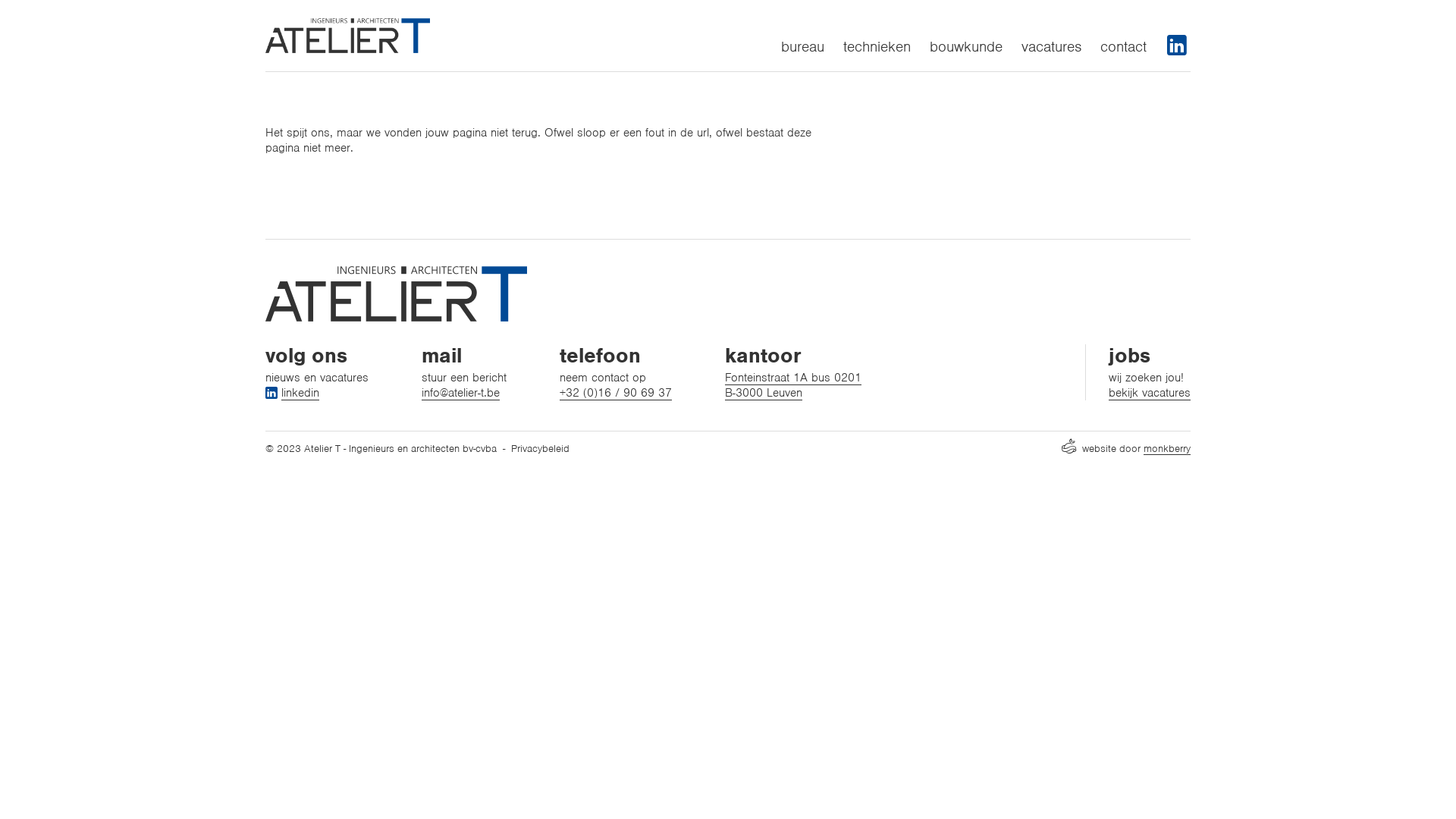 The height and width of the screenshot is (819, 1456). What do you see at coordinates (292, 391) in the screenshot?
I see `'L linkedin'` at bounding box center [292, 391].